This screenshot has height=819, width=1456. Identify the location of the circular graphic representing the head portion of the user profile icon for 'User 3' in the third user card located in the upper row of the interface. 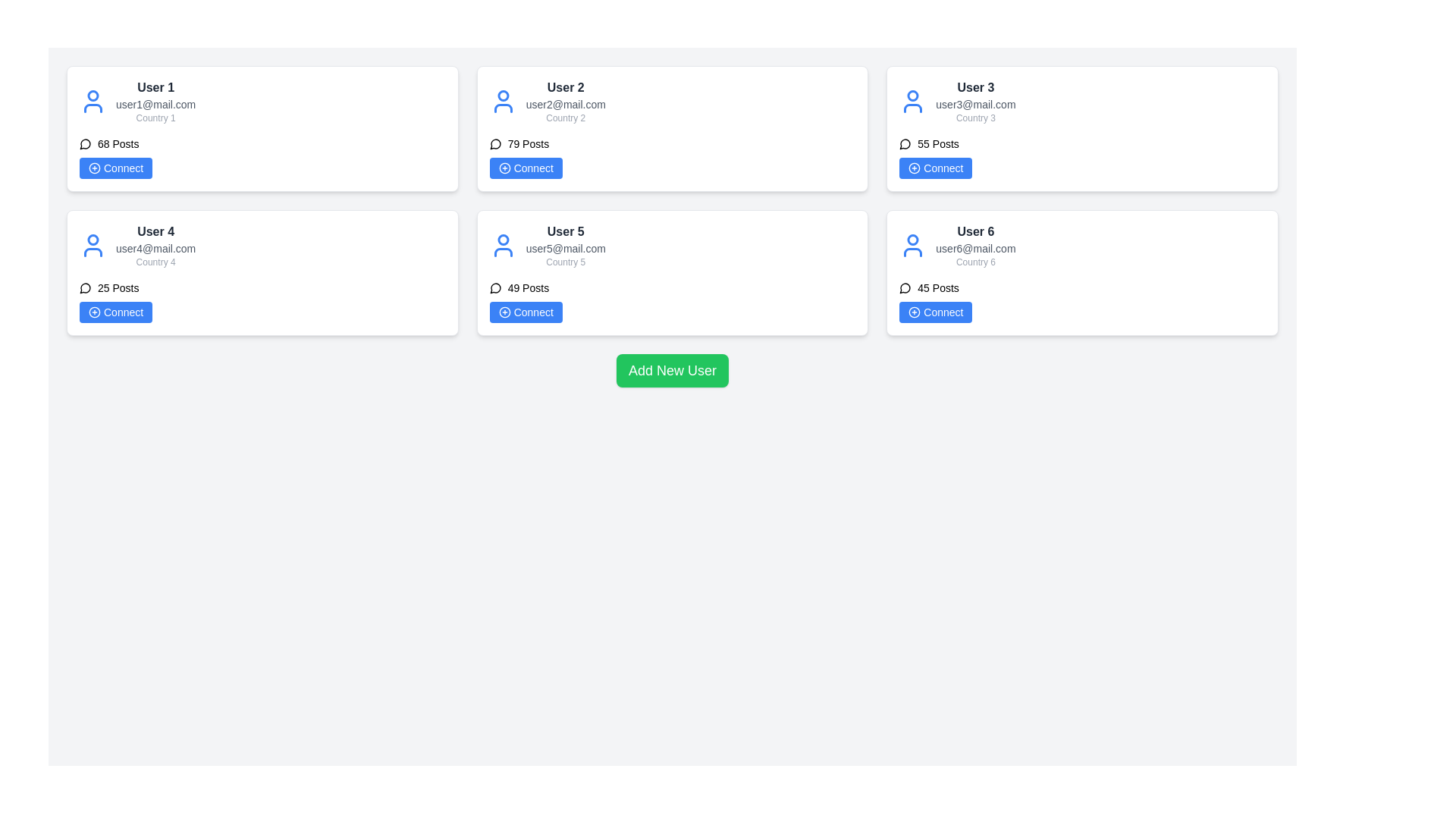
(912, 96).